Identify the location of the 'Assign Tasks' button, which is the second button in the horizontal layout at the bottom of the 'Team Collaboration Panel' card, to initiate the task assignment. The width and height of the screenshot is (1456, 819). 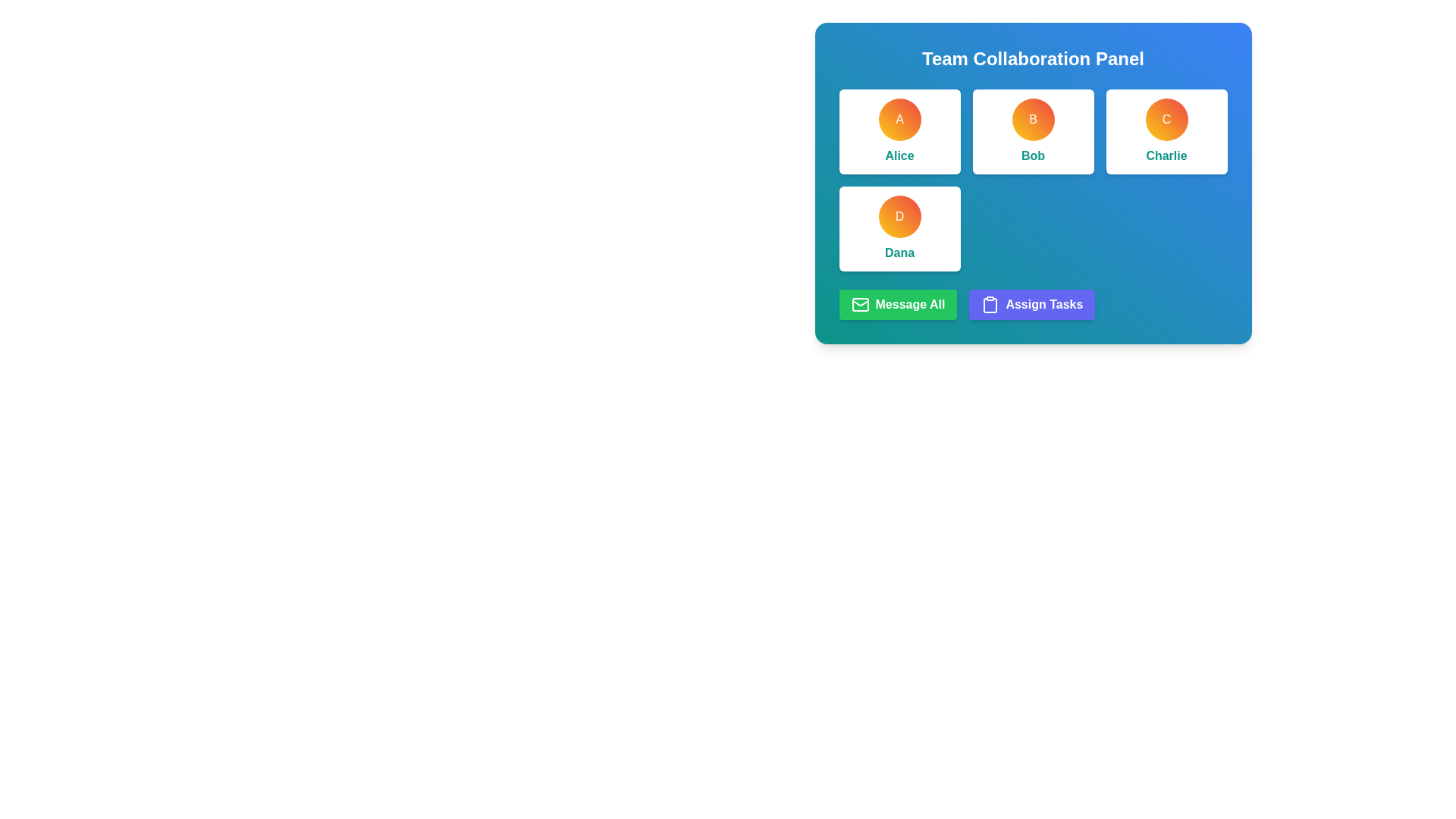
(1031, 304).